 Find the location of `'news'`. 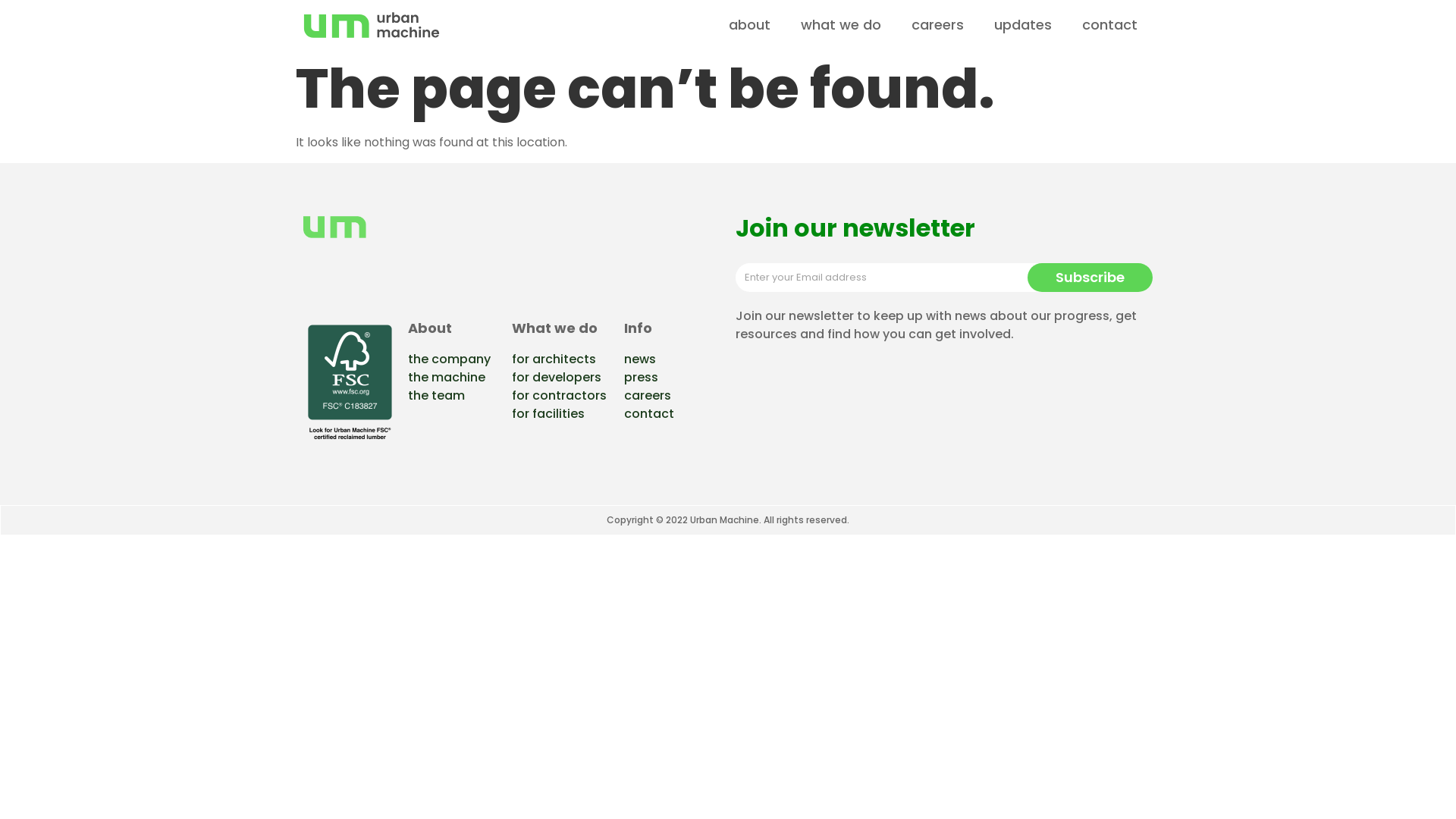

'news' is located at coordinates (639, 359).